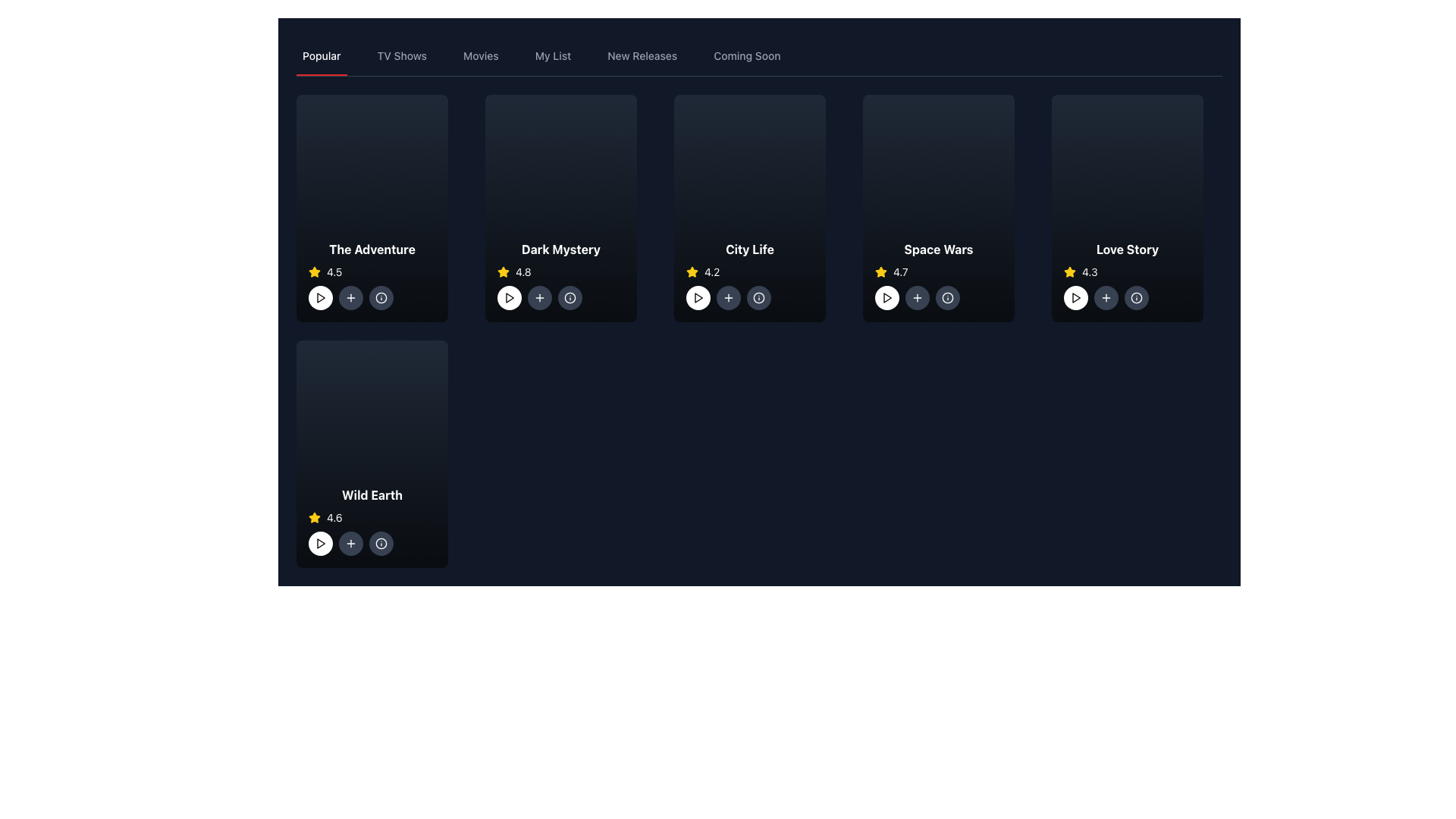  What do you see at coordinates (887, 298) in the screenshot?
I see `the play icon within the circular button at the bottom-left corner of the 'Space Wars' card to initiate video playback` at bounding box center [887, 298].